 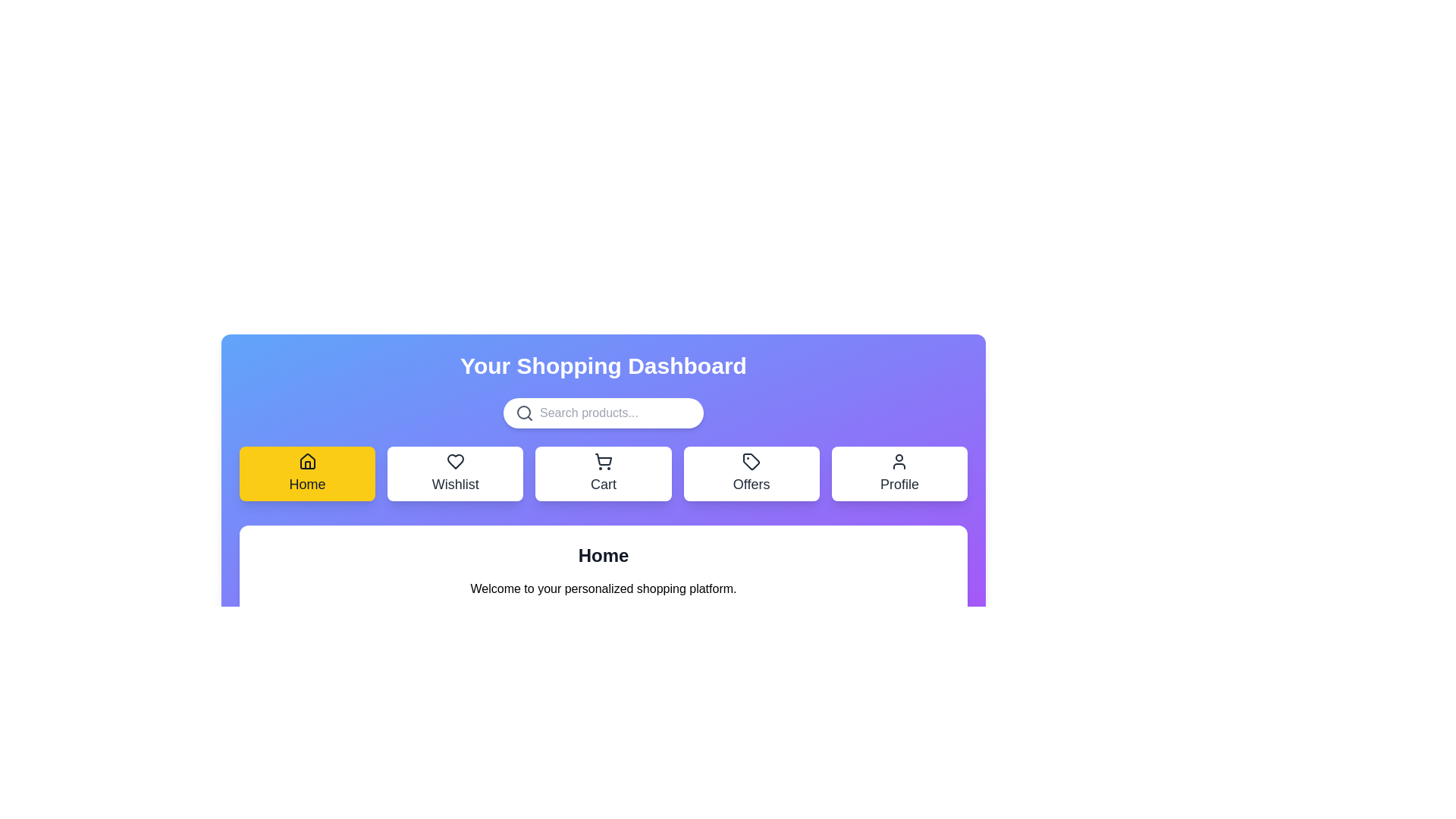 What do you see at coordinates (524, 413) in the screenshot?
I see `the gray magnifying glass icon located in the header search bar` at bounding box center [524, 413].